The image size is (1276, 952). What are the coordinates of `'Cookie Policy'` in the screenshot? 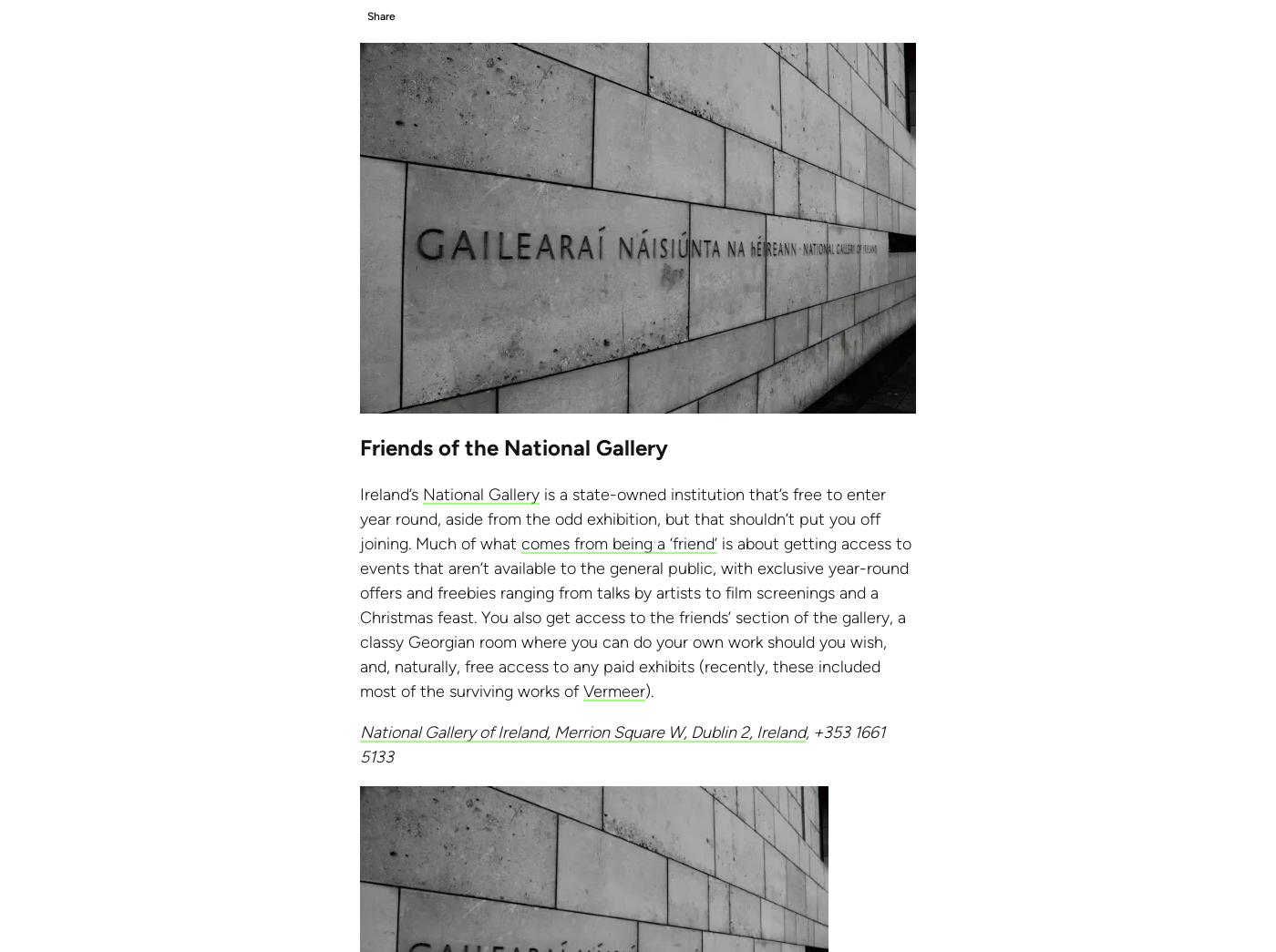 It's located at (1011, 56).